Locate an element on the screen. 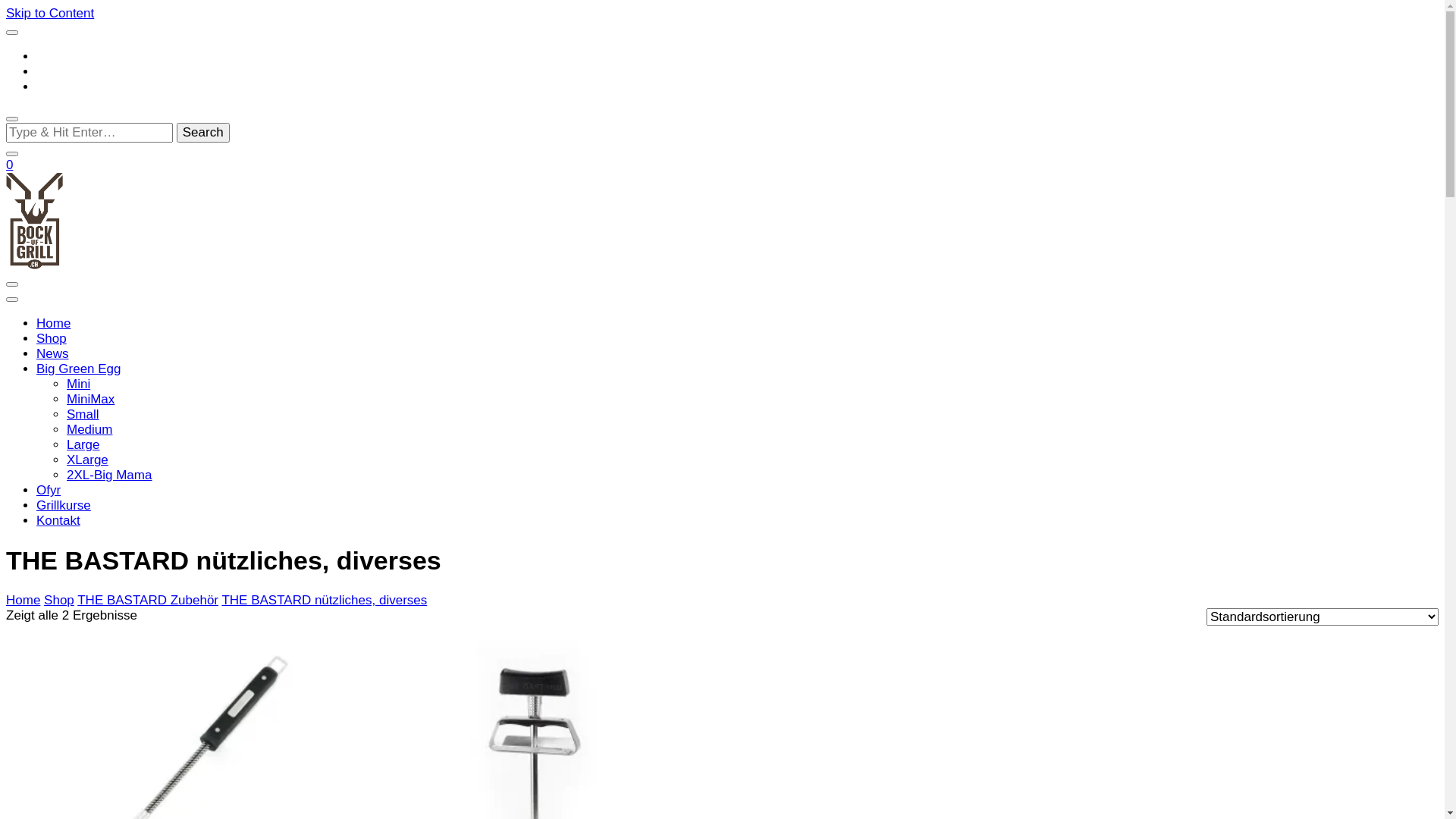 This screenshot has height=819, width=1456. '2XL-Big Mama' is located at coordinates (108, 474).